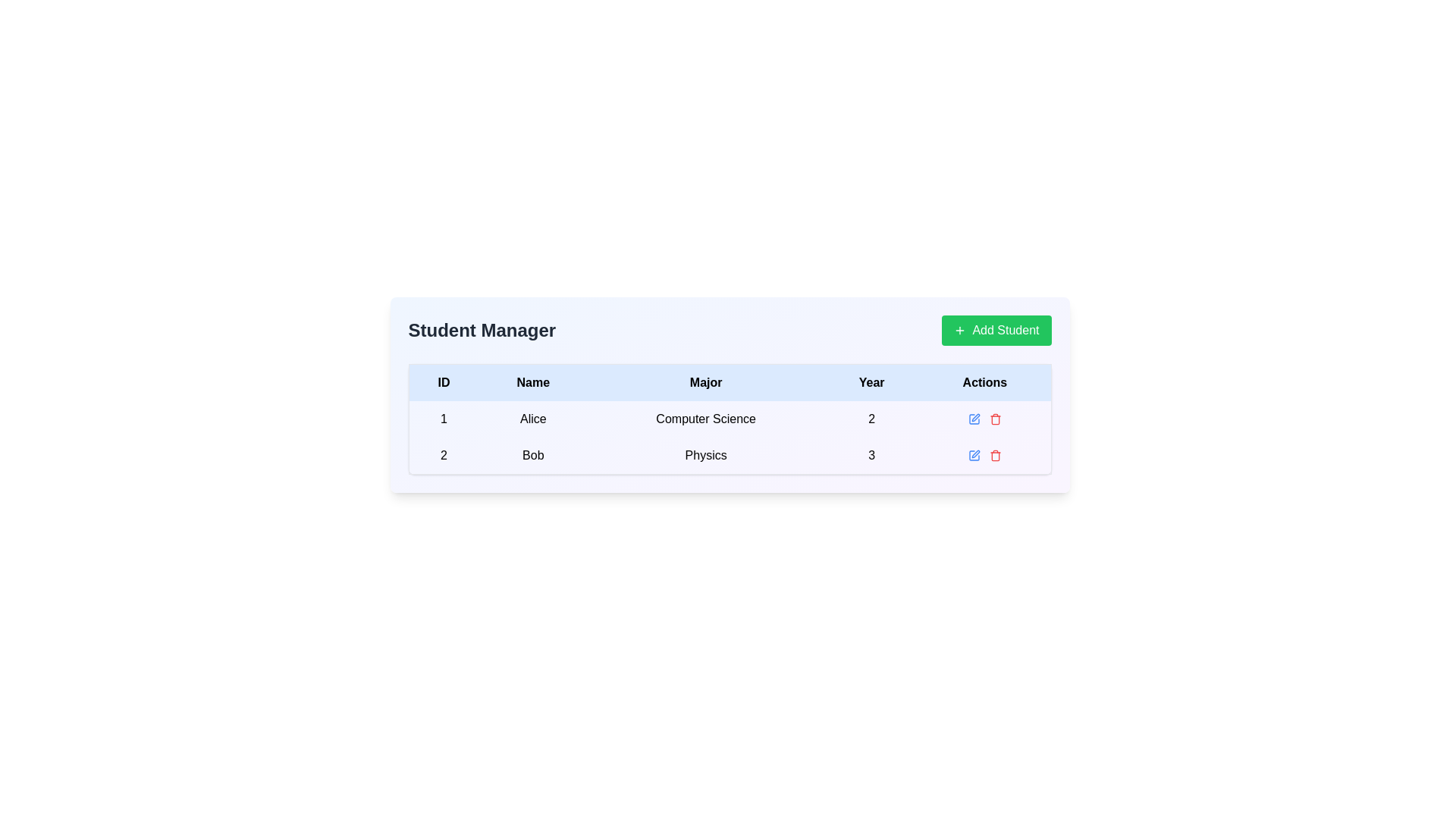 The height and width of the screenshot is (819, 1456). I want to click on the text label displaying 'Bob', so click(533, 455).